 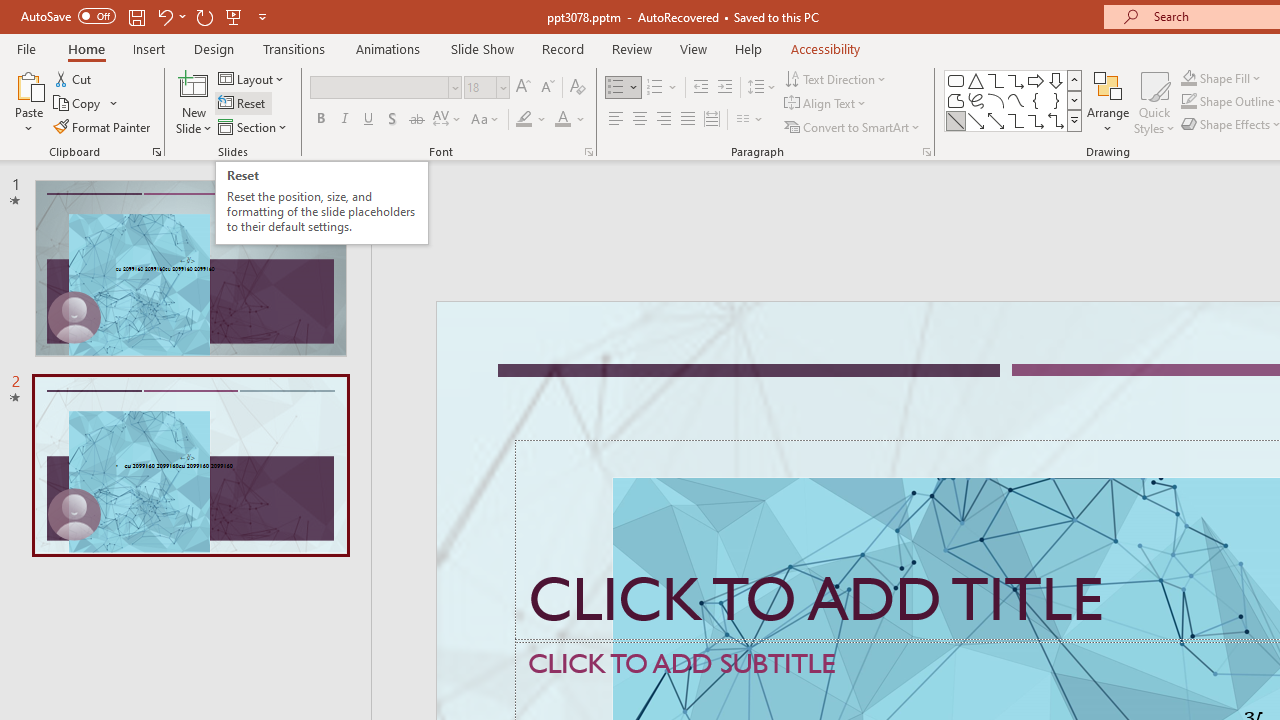 What do you see at coordinates (1036, 80) in the screenshot?
I see `'Arrow: Right'` at bounding box center [1036, 80].